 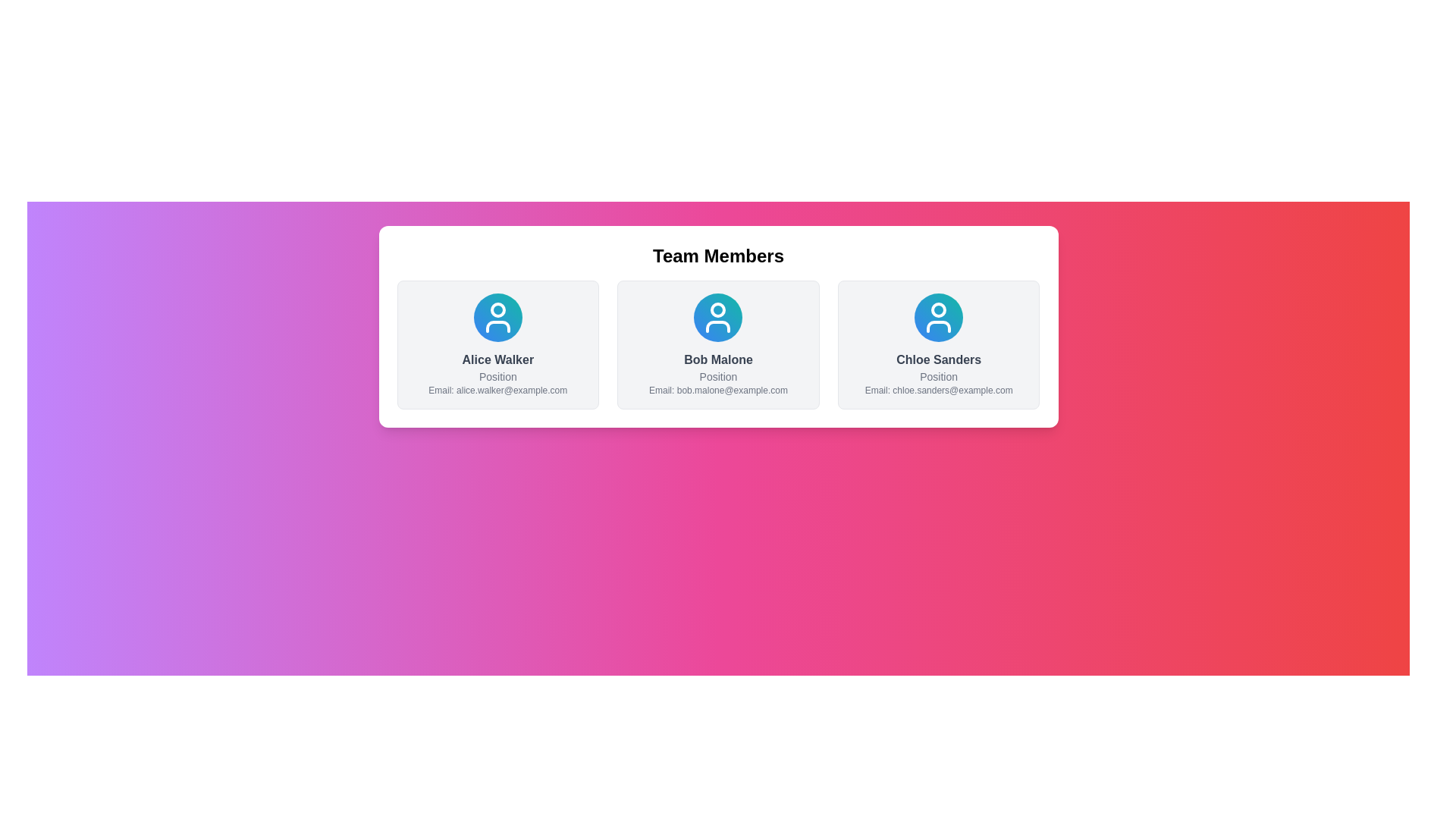 I want to click on the Profile Card displaying information about Bob Malone, which is the middle card in a horizontally aligned grid below the 'Team Members' title, so click(x=717, y=345).